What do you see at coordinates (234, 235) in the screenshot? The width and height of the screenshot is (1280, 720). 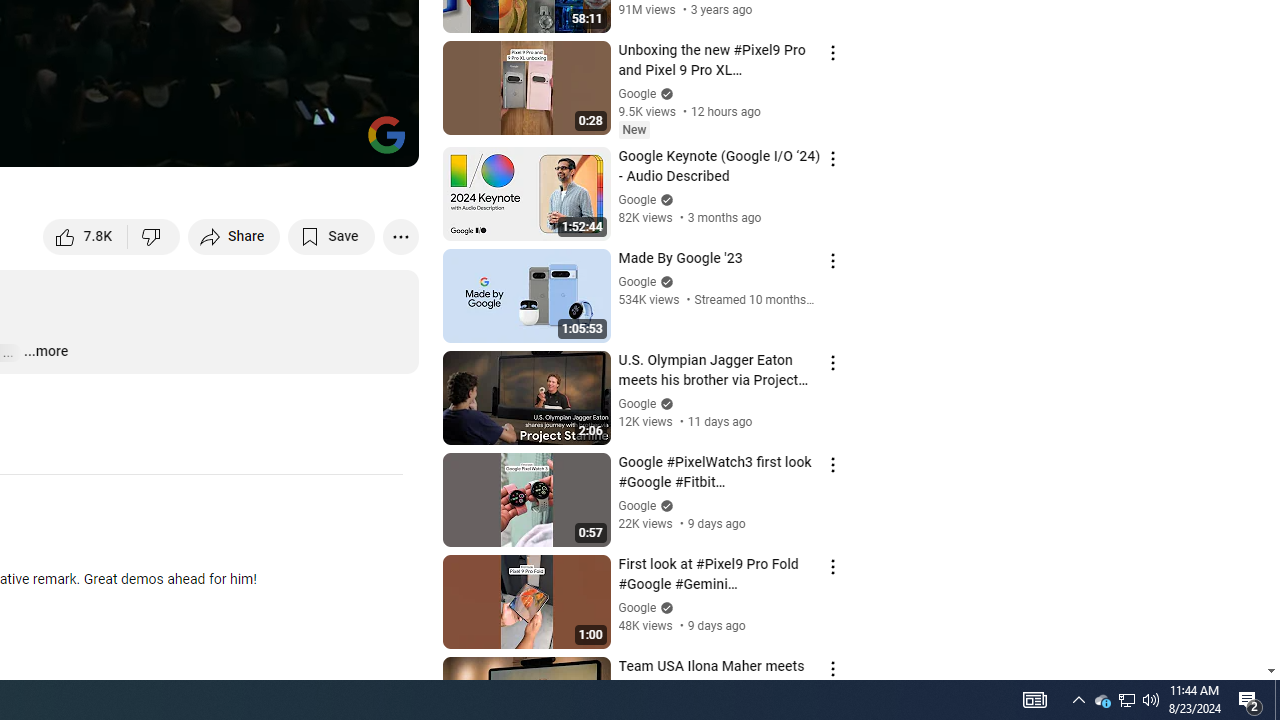 I see `'Share'` at bounding box center [234, 235].